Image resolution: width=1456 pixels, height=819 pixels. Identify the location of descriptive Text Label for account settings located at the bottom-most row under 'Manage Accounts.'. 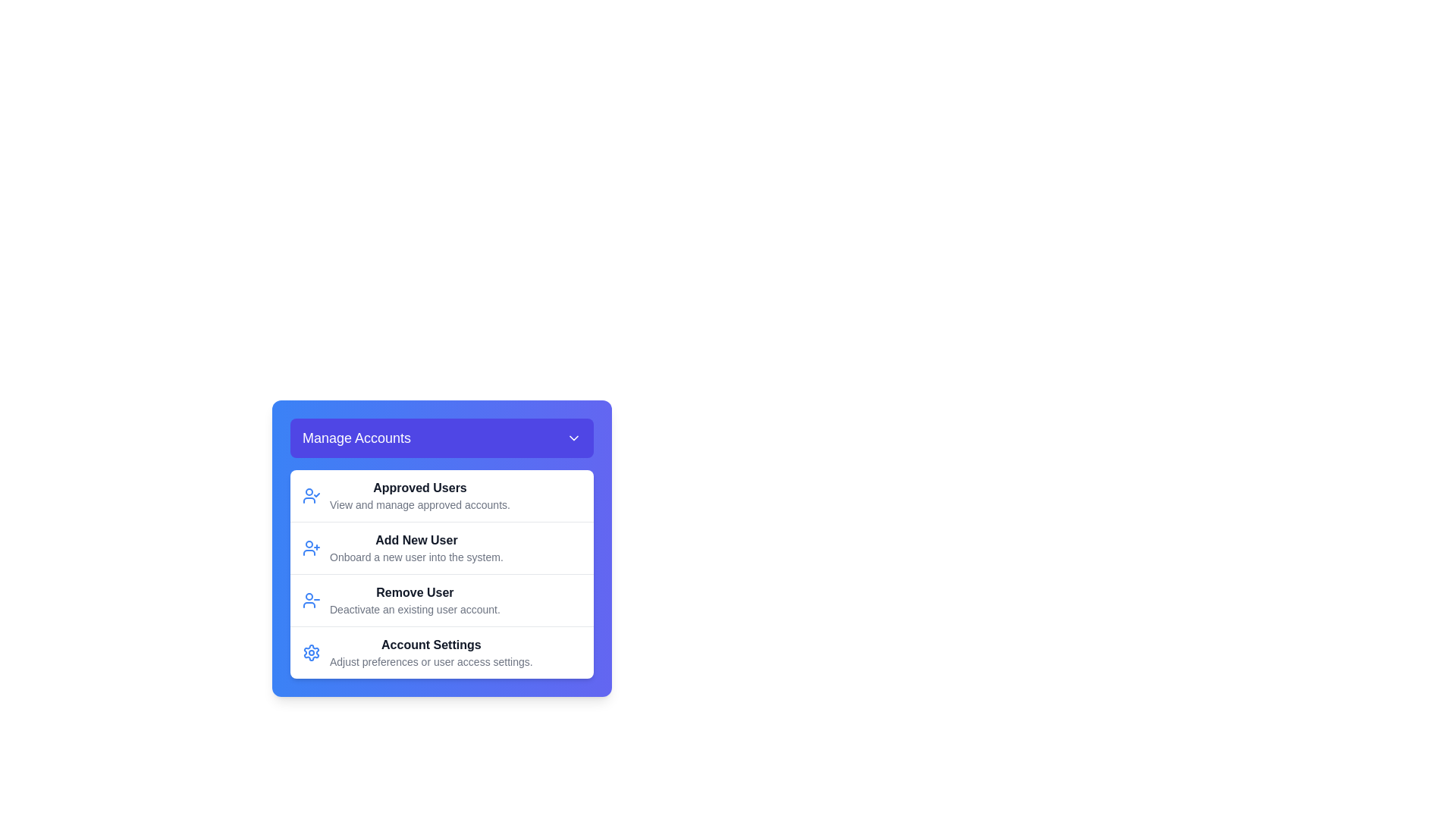
(430, 651).